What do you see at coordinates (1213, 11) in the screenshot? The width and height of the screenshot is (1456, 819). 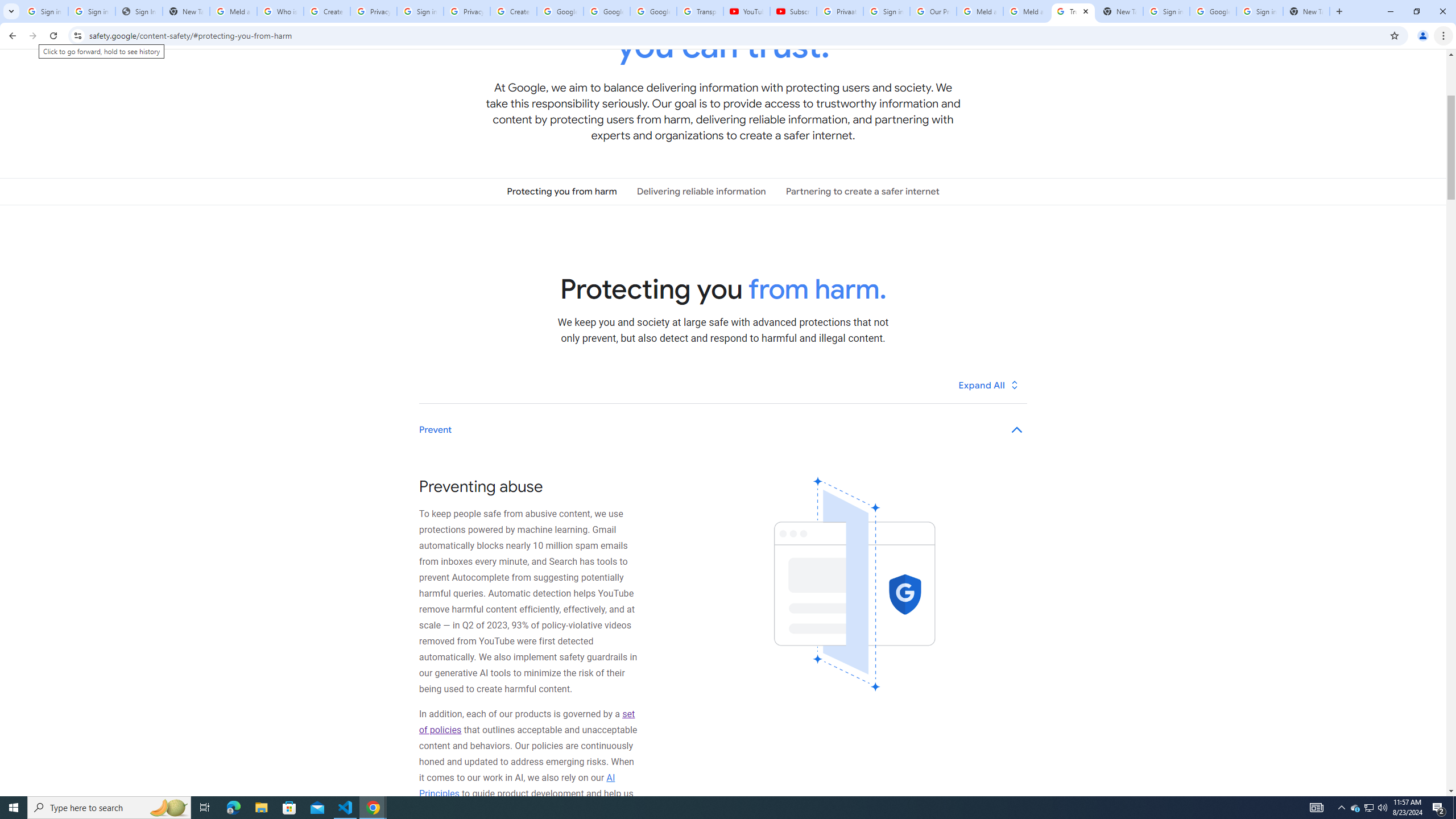 I see `'Google Cybersecurity Innovations - Google Safety Center'` at bounding box center [1213, 11].